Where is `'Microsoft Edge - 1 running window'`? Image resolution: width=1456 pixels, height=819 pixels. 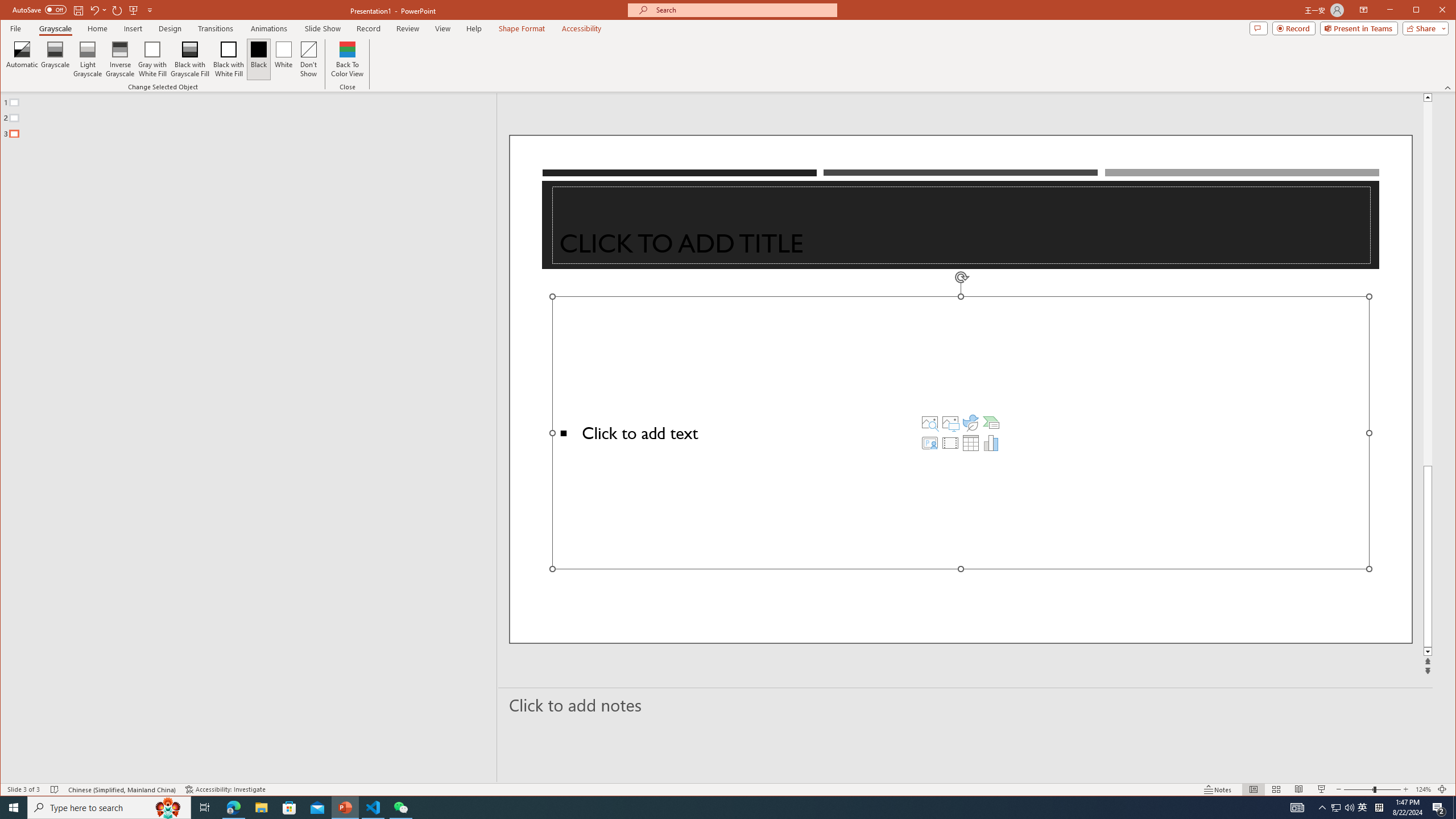
'Microsoft Edge - 1 running window' is located at coordinates (233, 806).